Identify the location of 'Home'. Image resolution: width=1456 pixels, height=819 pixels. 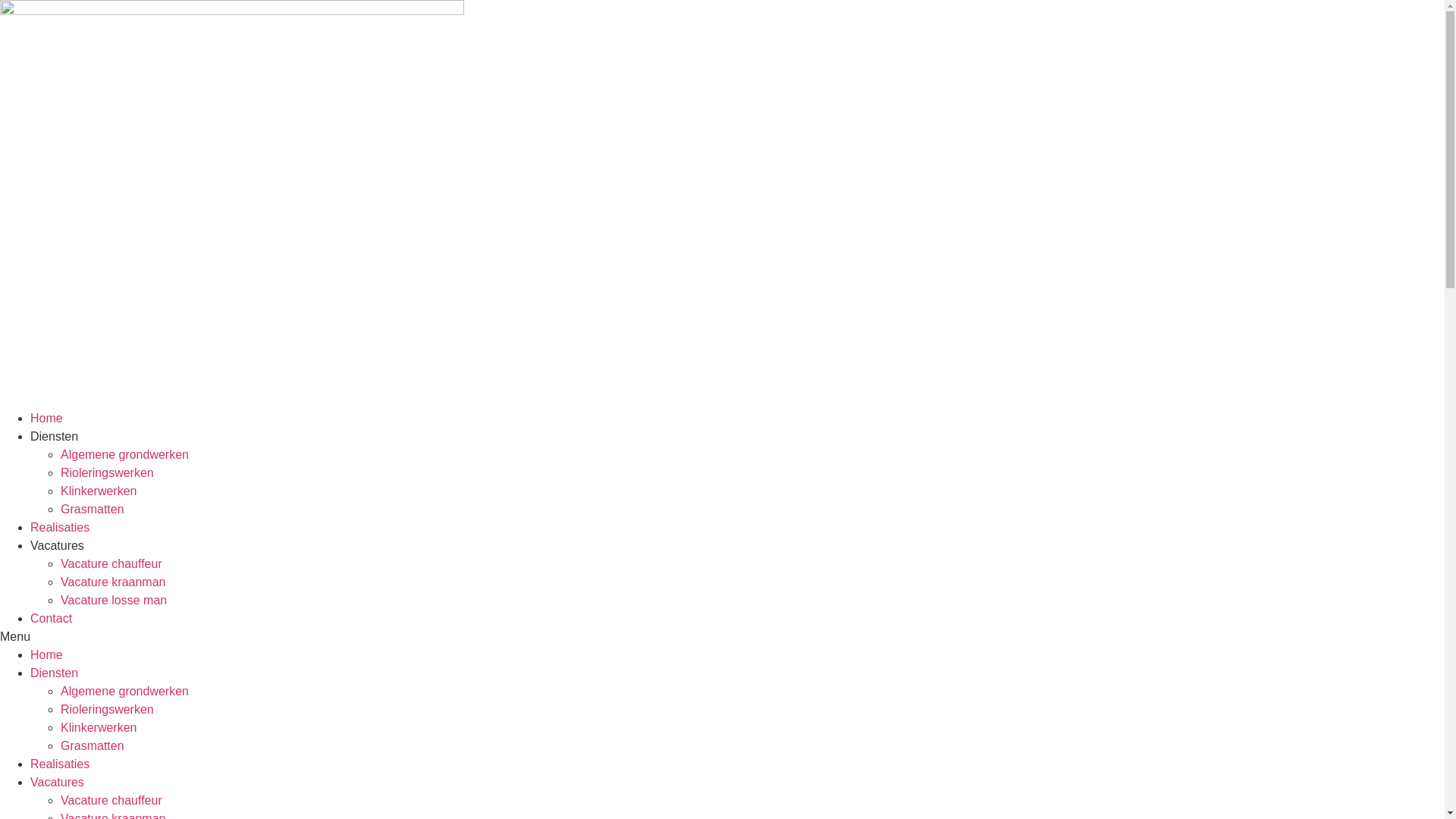
(46, 654).